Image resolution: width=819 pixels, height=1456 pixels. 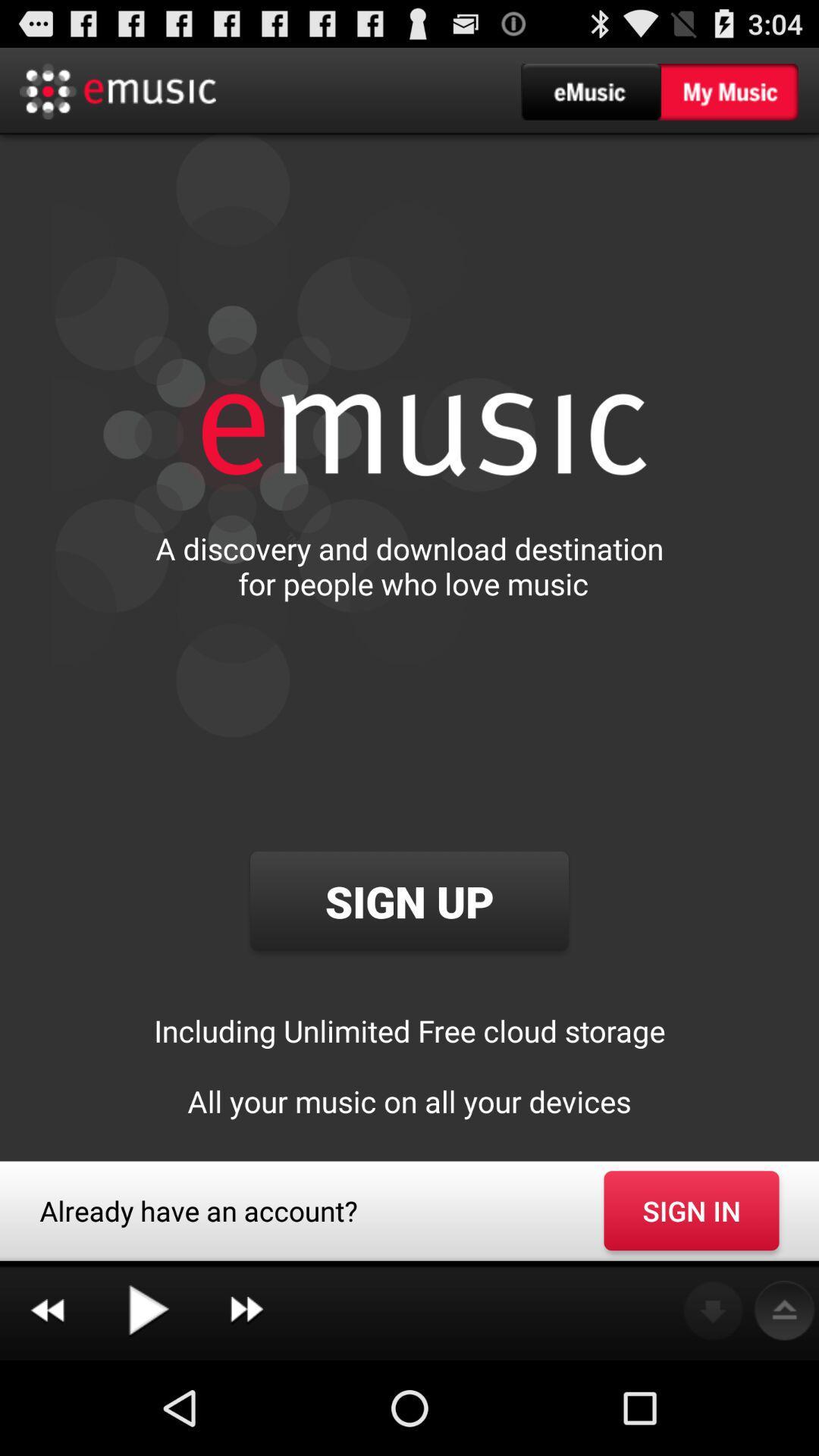 I want to click on app to the right of already have an item, so click(x=691, y=1210).